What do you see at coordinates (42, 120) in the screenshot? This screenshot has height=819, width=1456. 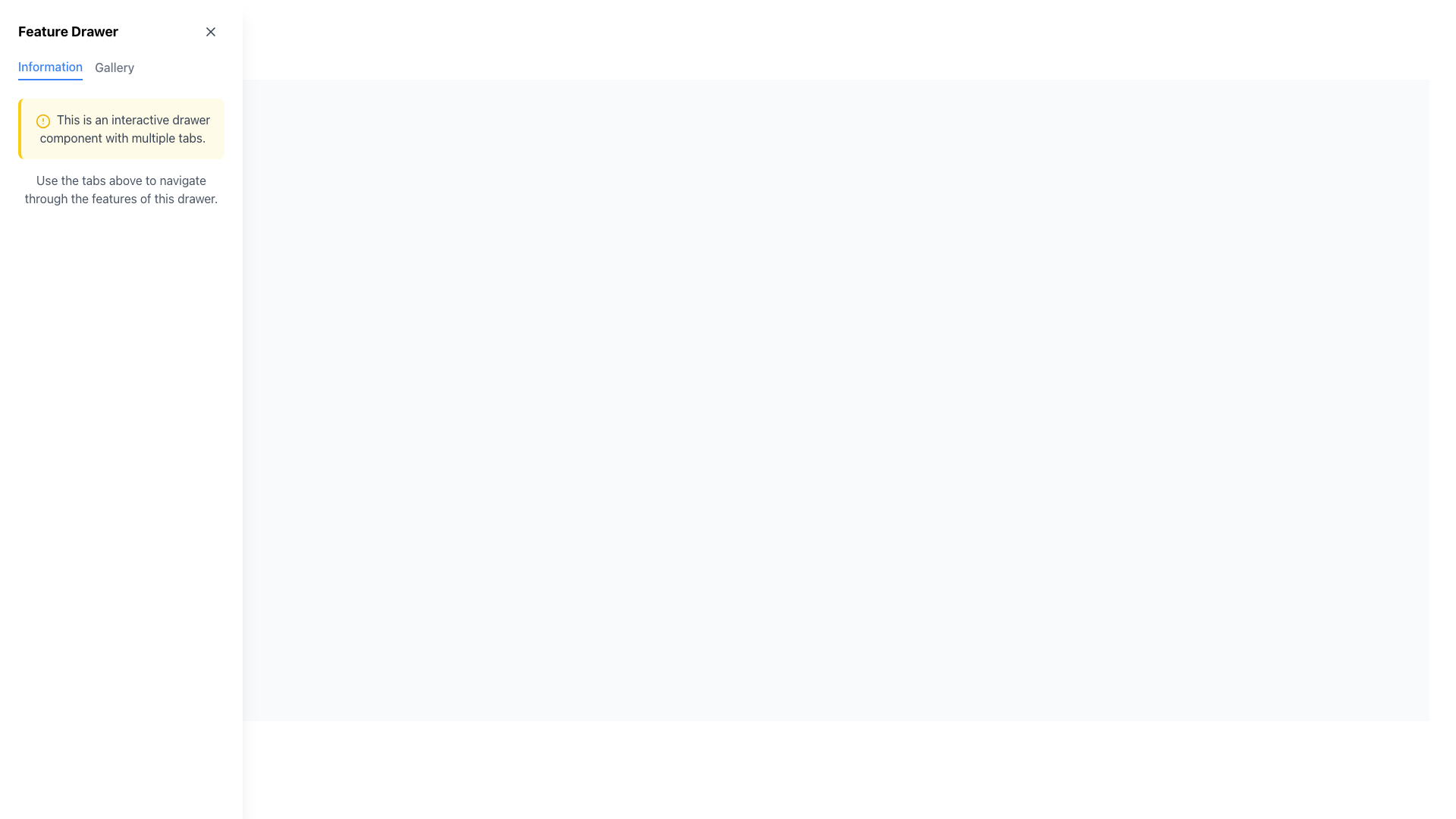 I see `the alert icon element located at the left side of the notification block` at bounding box center [42, 120].